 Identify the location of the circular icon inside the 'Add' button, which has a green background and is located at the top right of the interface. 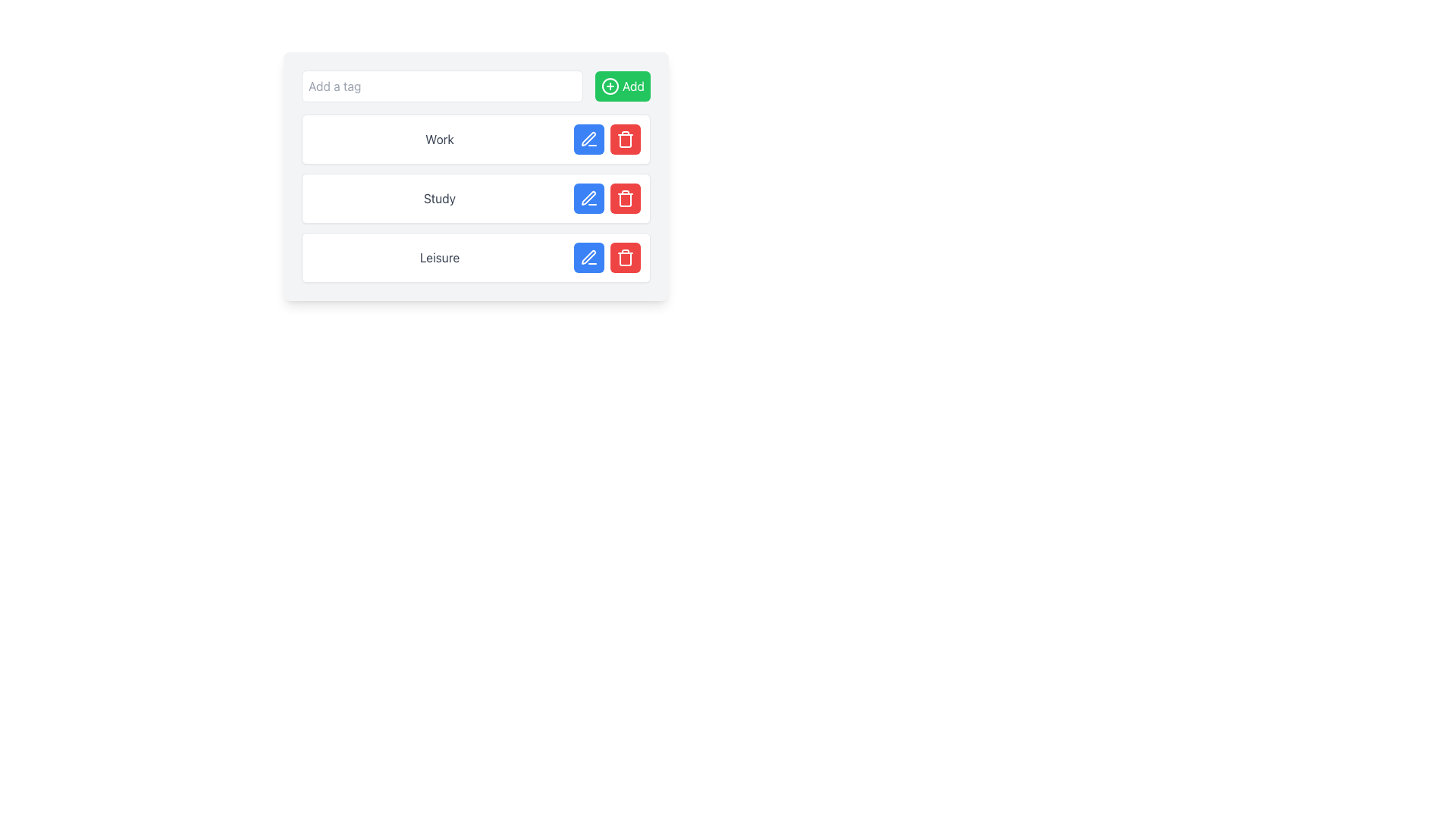
(610, 86).